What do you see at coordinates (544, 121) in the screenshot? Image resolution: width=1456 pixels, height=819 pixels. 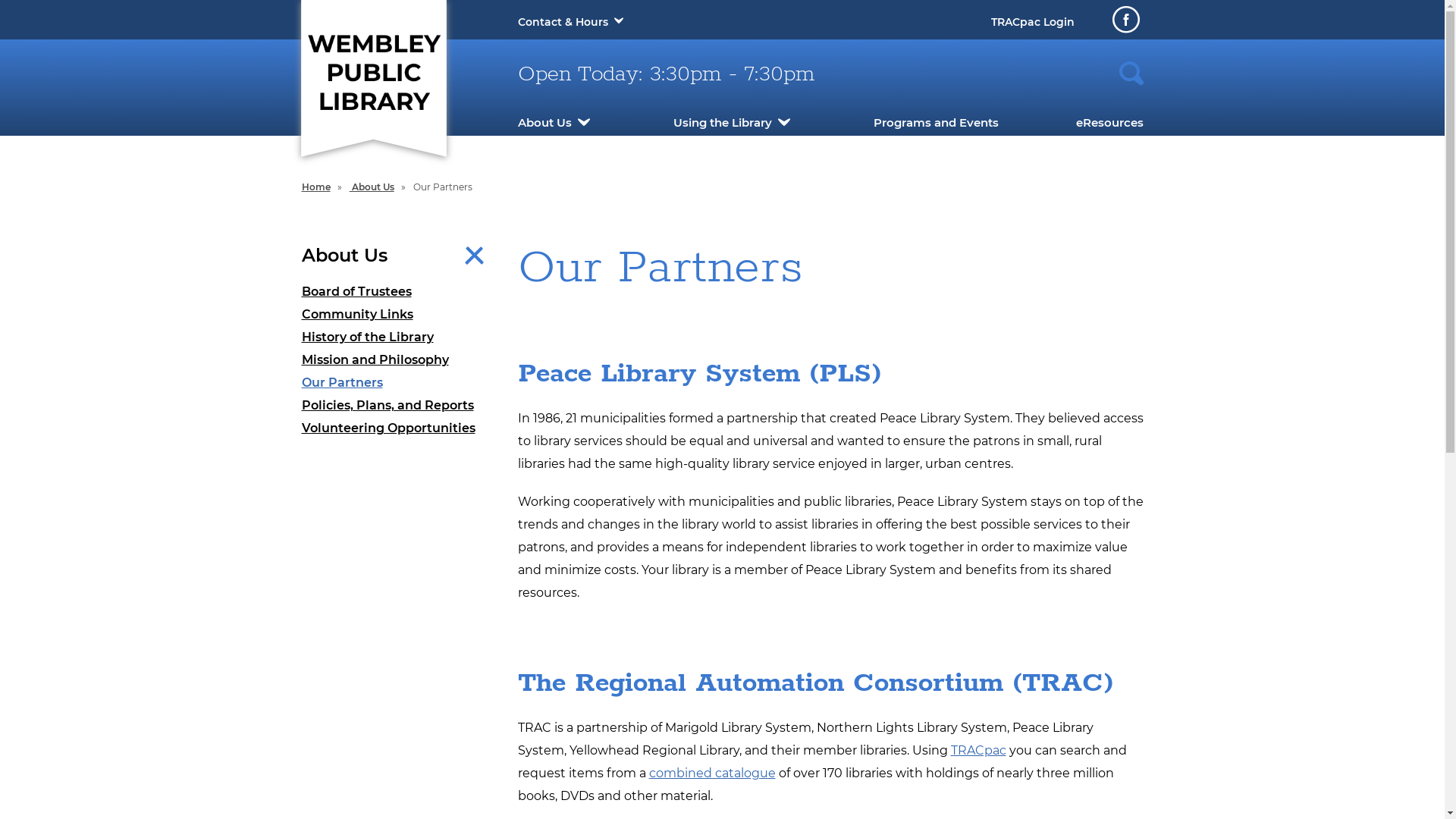 I see `'About Us'` at bounding box center [544, 121].